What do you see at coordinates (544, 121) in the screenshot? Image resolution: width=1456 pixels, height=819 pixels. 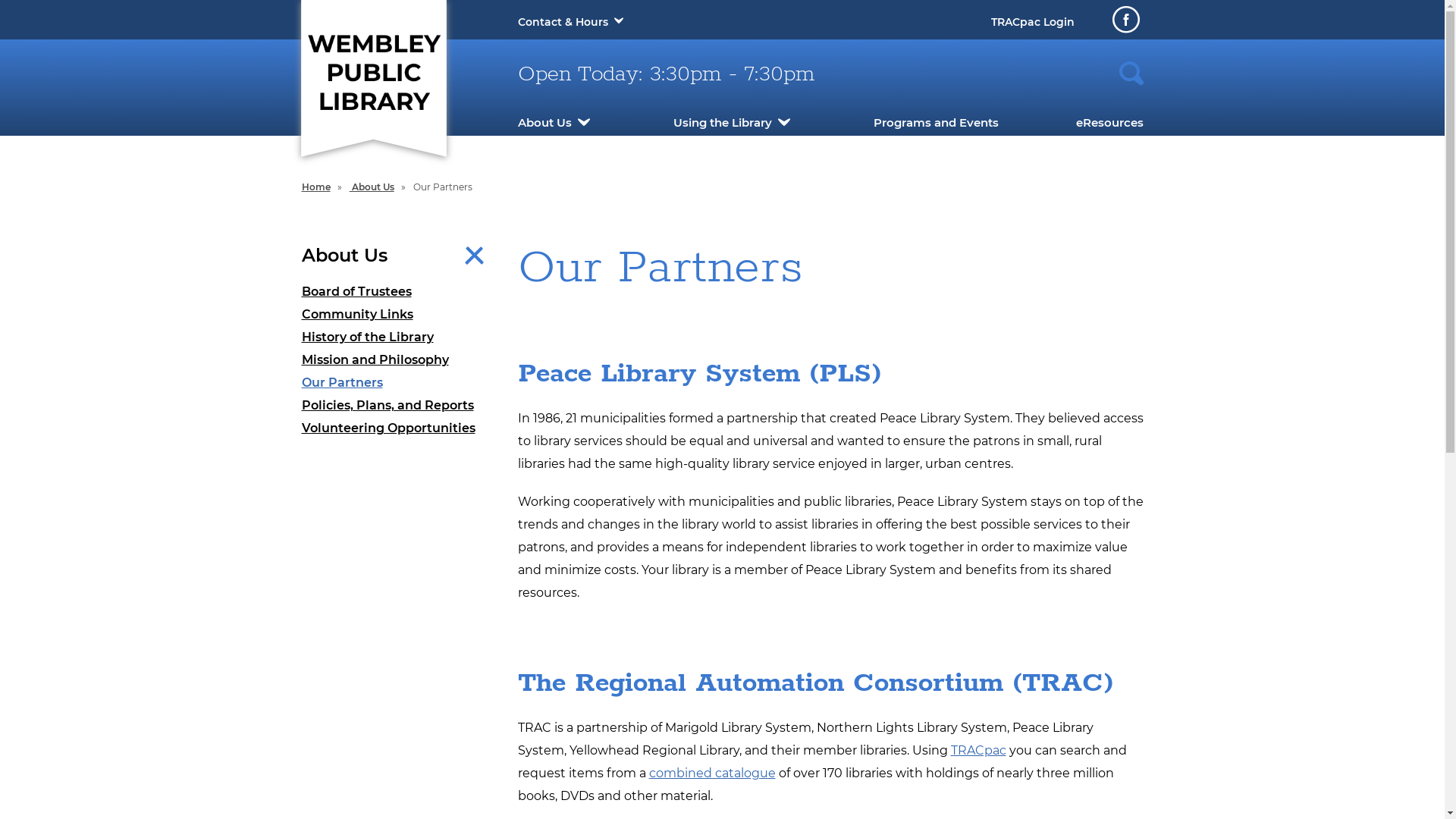 I see `'About Us'` at bounding box center [544, 121].